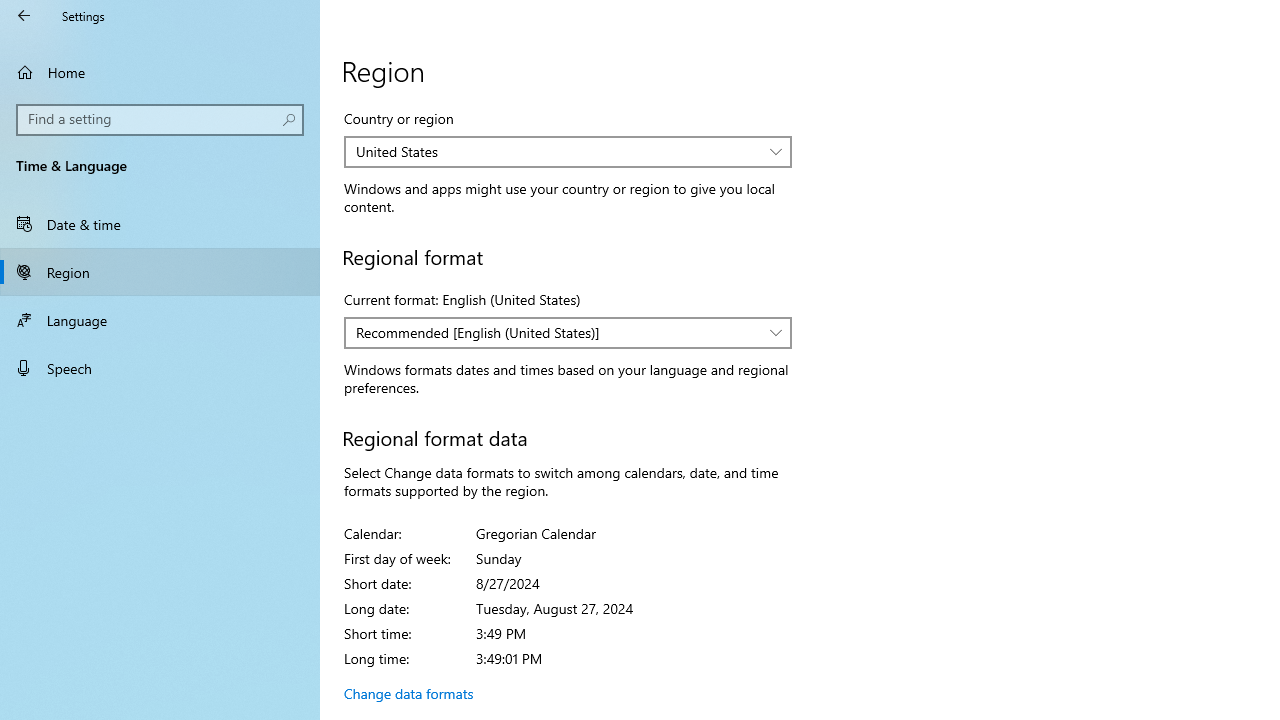  I want to click on 'Date & time', so click(160, 223).